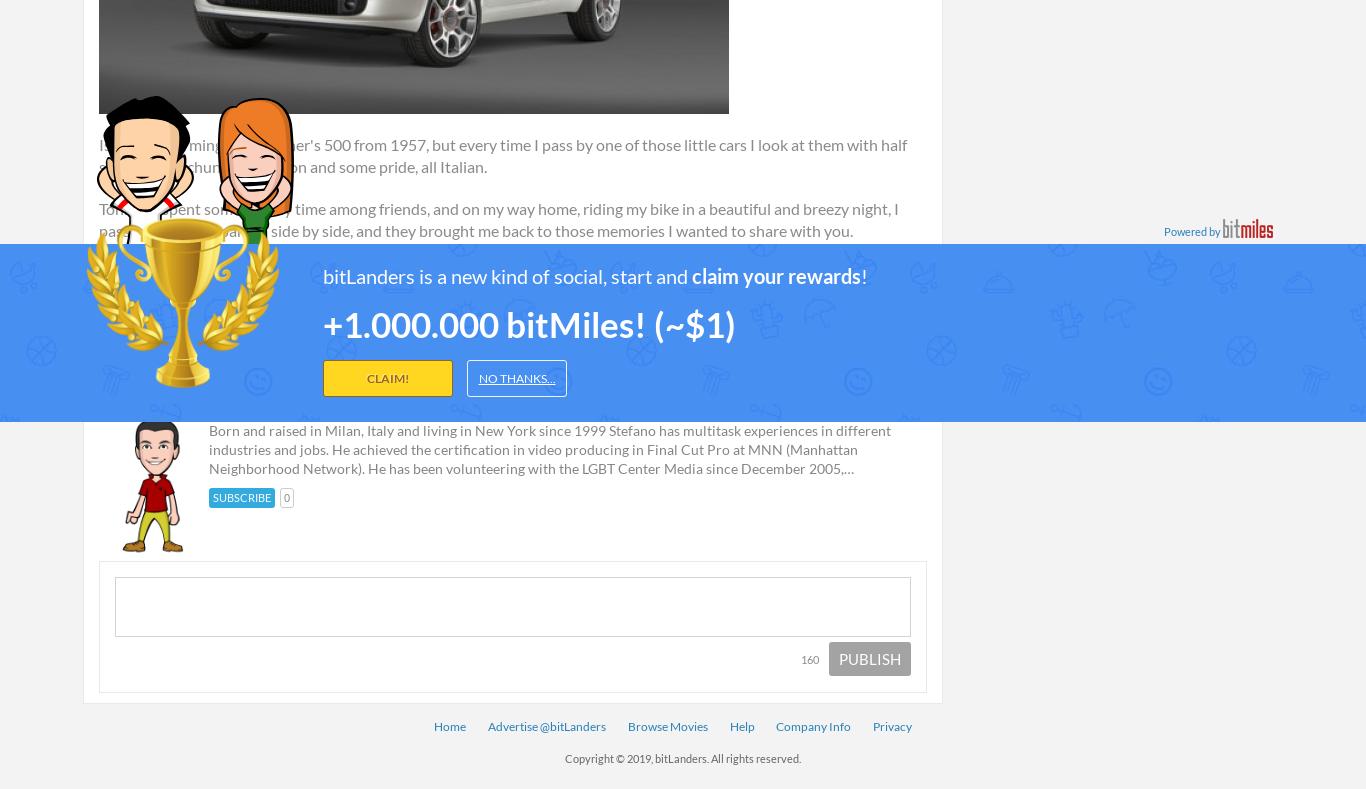 This screenshot has width=1366, height=789. I want to click on '#cinquecento', so click(650, 291).